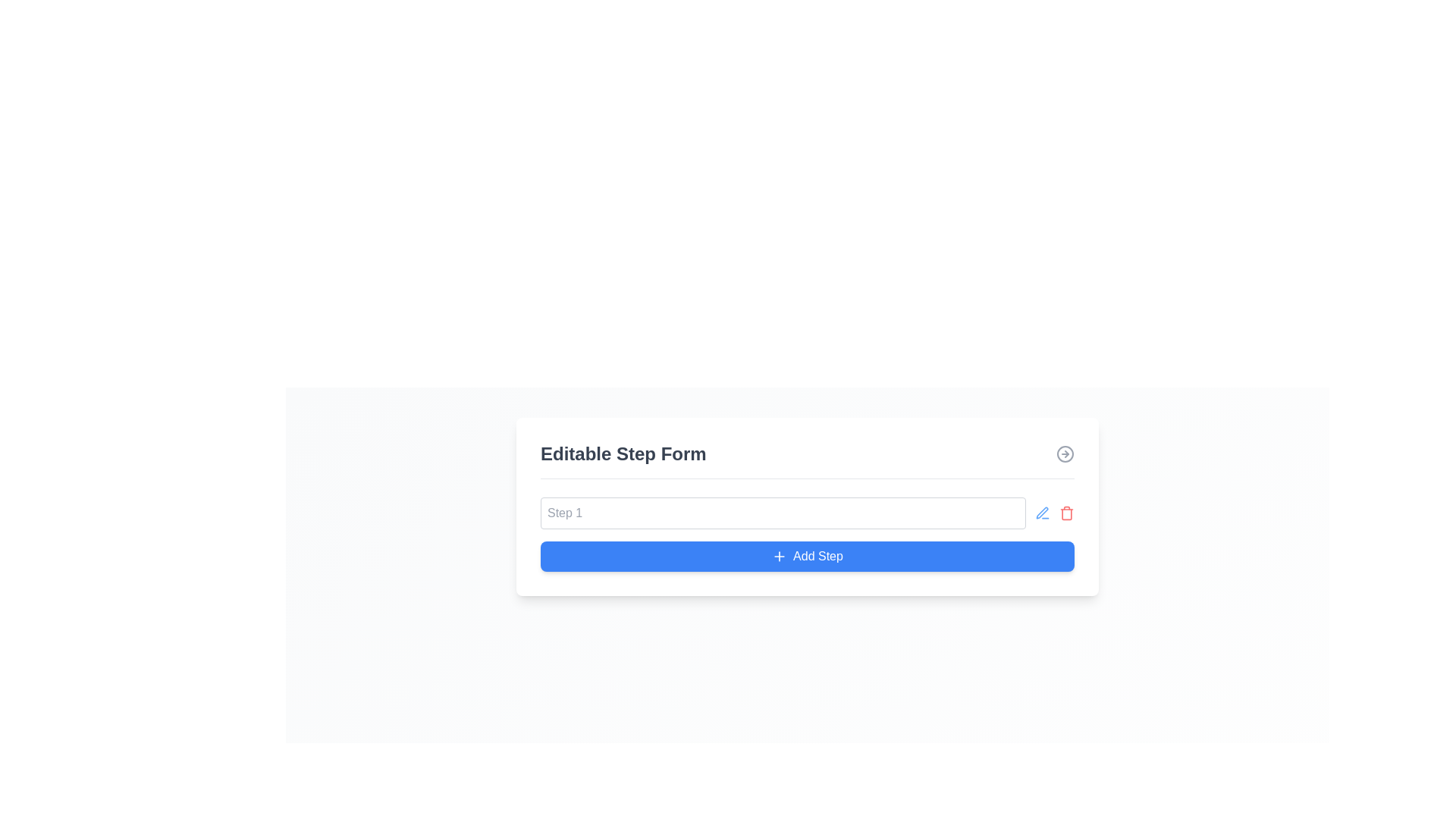 This screenshot has height=819, width=1456. I want to click on the circular navigation icon located at the far right of the header section, aligned with the title 'Editable Step Form', so click(1065, 453).